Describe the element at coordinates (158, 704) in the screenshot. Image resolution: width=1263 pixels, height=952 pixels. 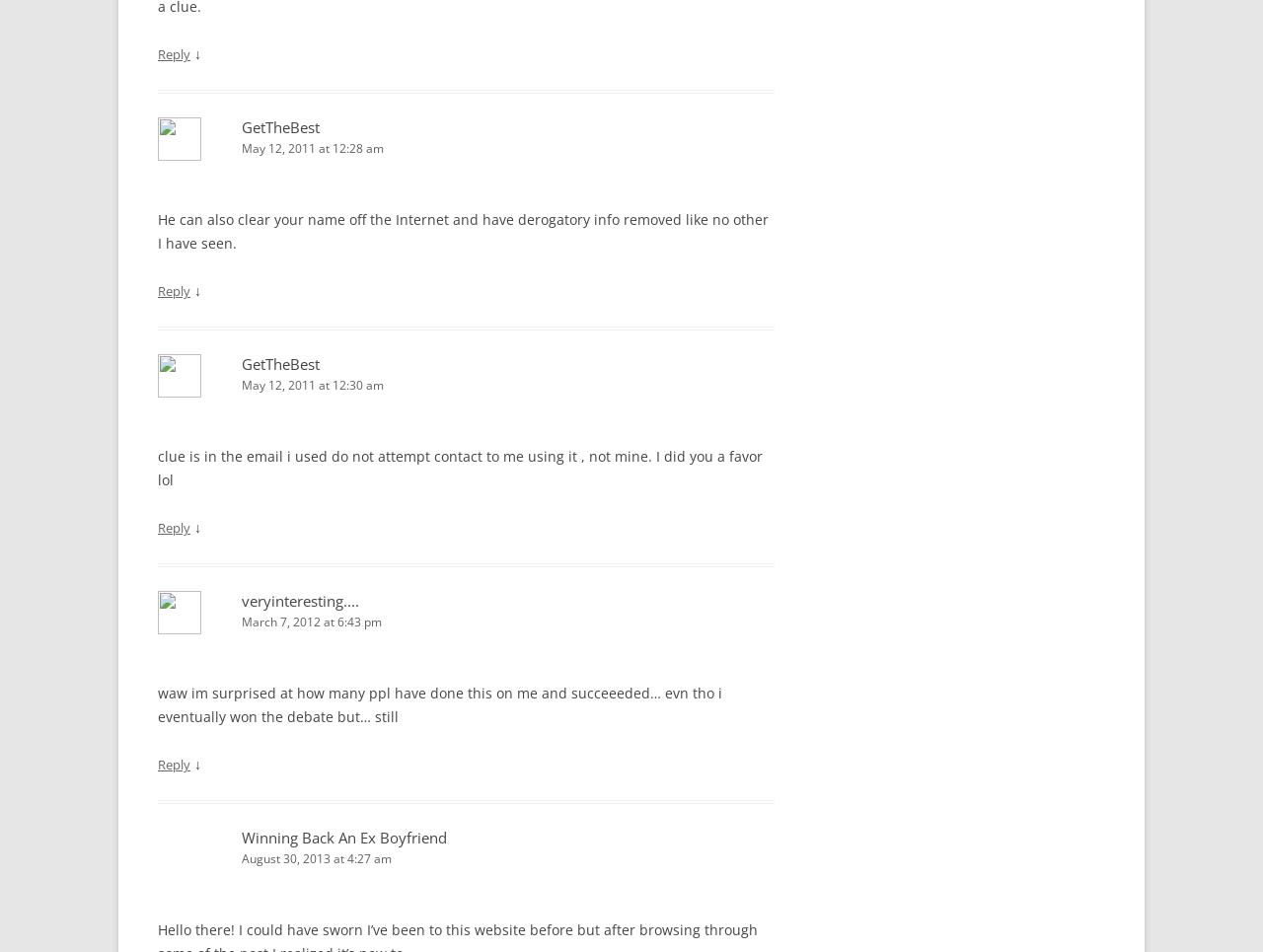
I see `'waw im surprised at how many ppl have done this on me and succeeeded… evn tho i eventually won the debate but… still'` at that location.